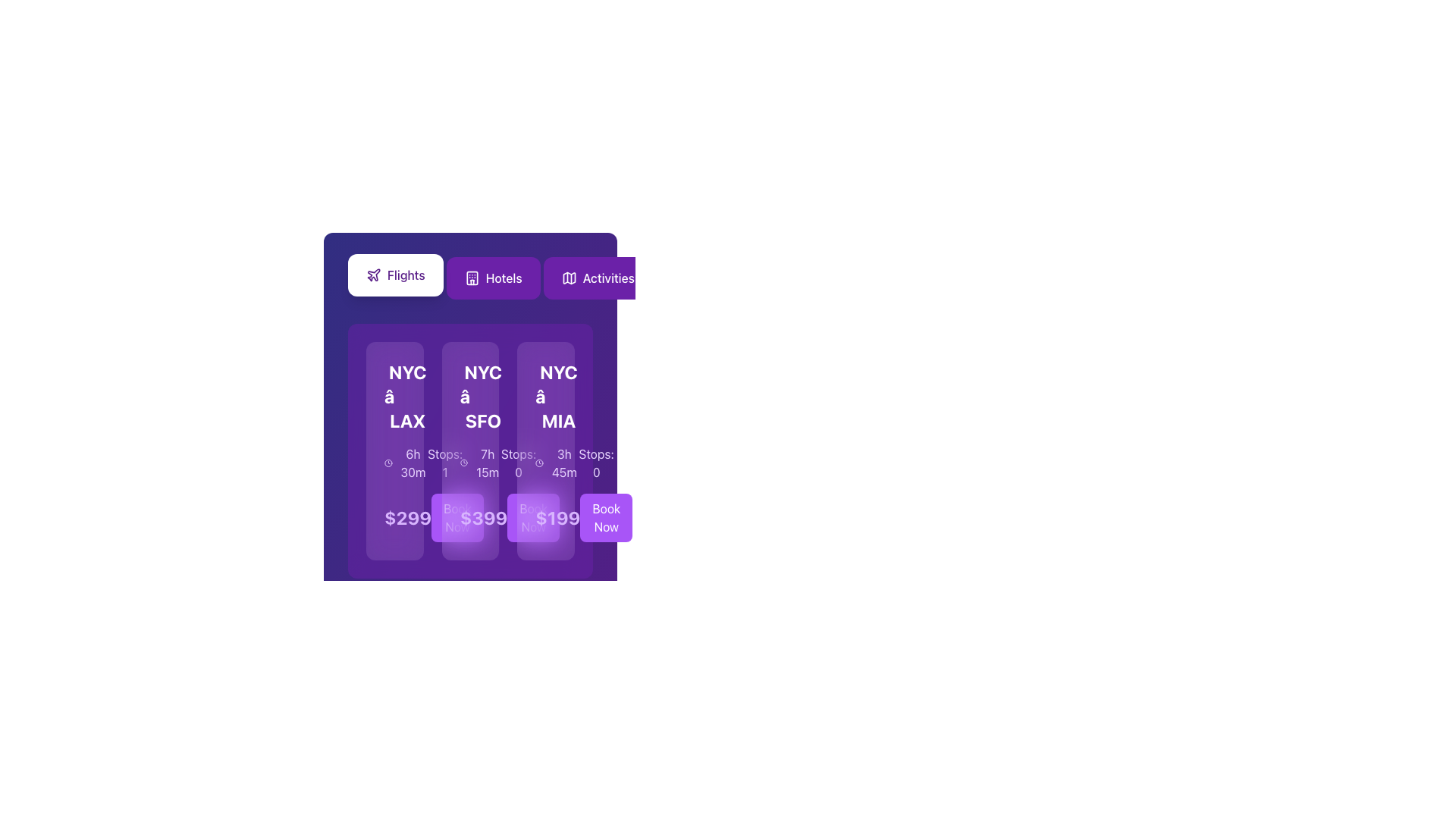 This screenshot has width=1456, height=819. Describe the element at coordinates (406, 462) in the screenshot. I see `the text label that communicates the total duration of the travel route from NYC to LAX, which is positioned below the trip name and above the price section` at that location.